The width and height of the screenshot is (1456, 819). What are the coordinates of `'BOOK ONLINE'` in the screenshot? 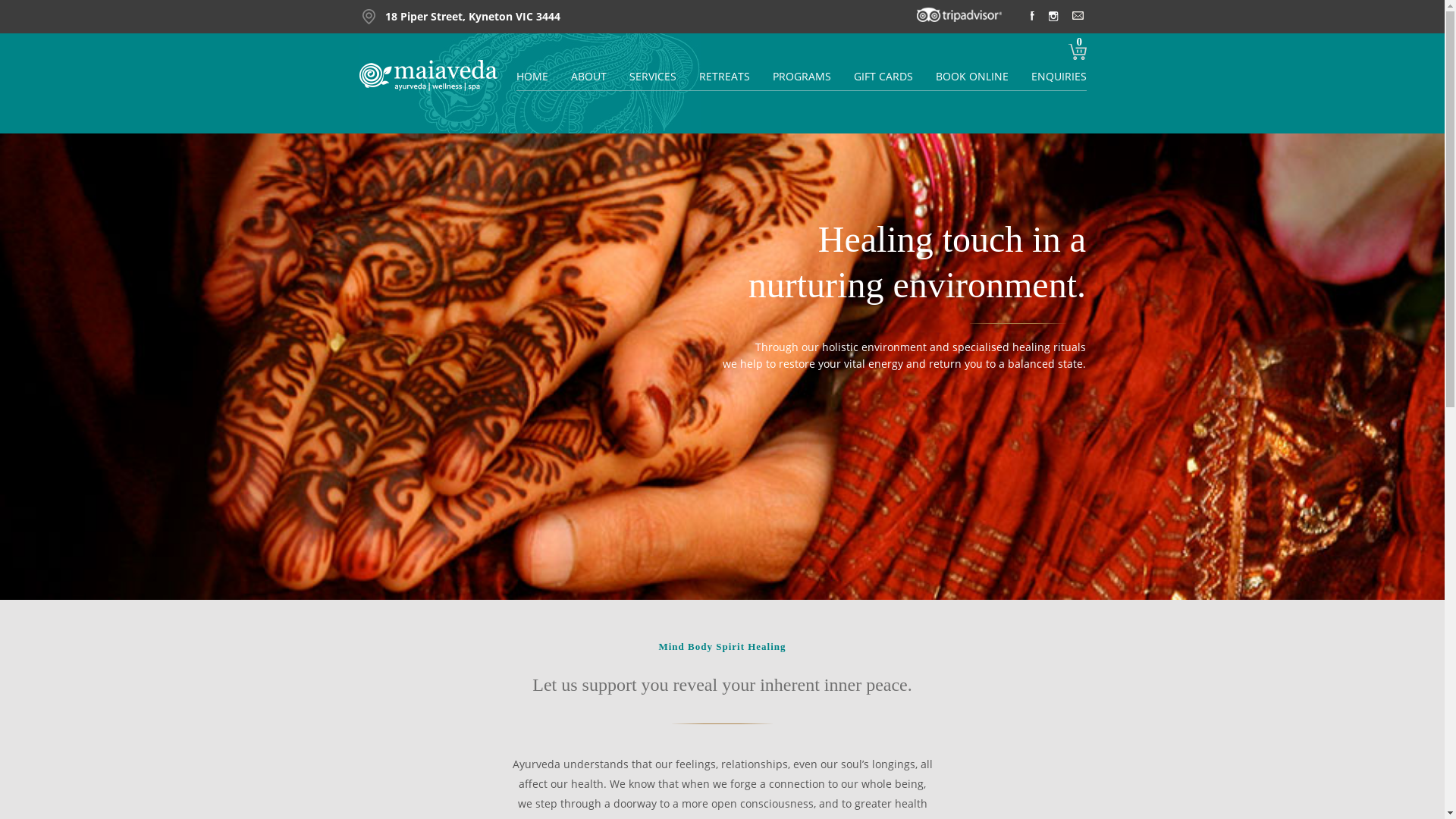 It's located at (971, 76).